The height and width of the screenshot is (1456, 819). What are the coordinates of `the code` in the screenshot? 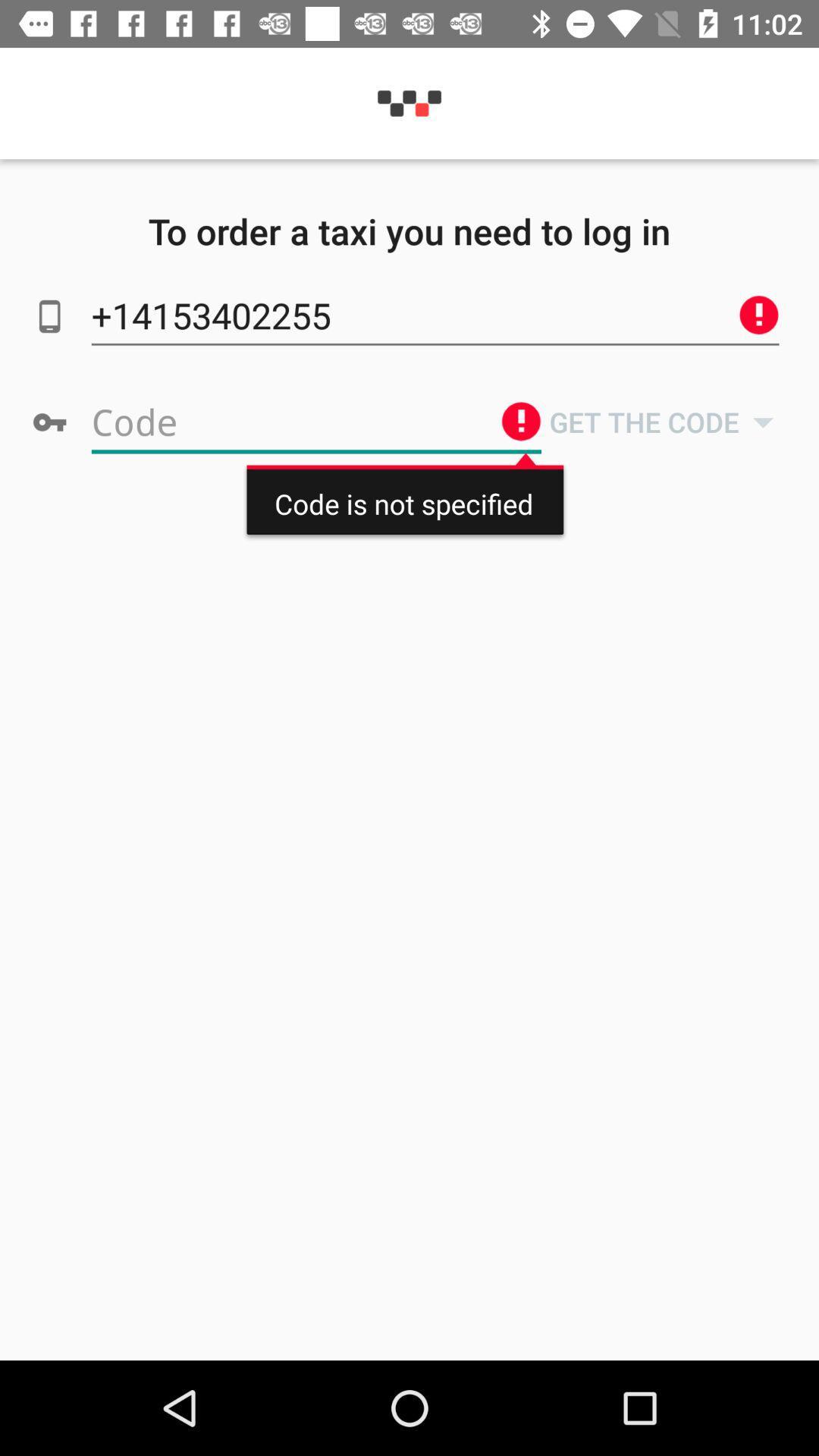 It's located at (315, 422).